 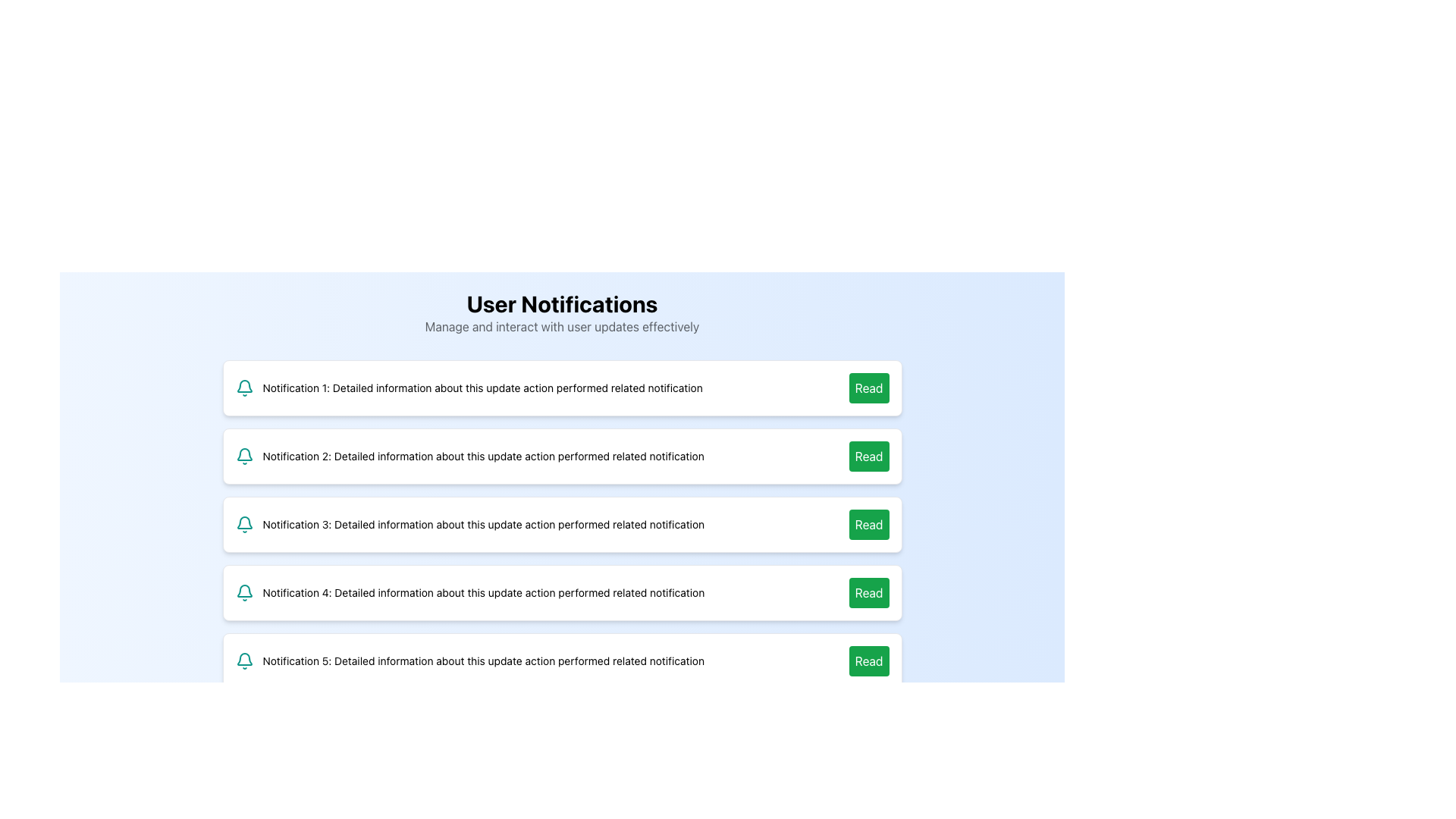 I want to click on notification text for 'Notification 2: Detailed information about this update action performed related notification' located in the second row of notifications, which includes a teal bell icon, so click(x=469, y=455).